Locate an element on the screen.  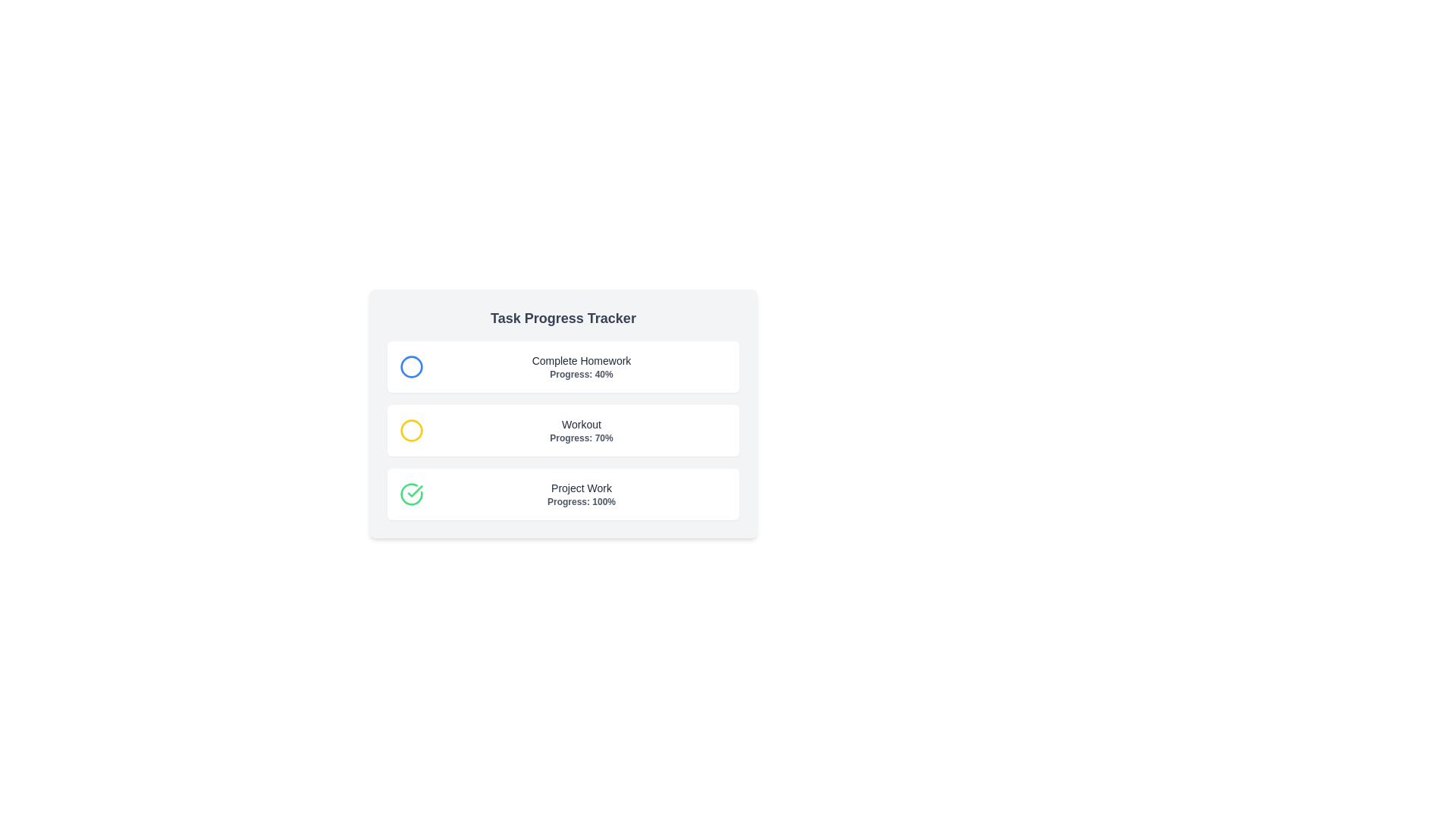
the text label displaying 'Progress: 100%' which is styled in gray and bold font, located below the 'Project Work' label in the last task card is located at coordinates (581, 502).